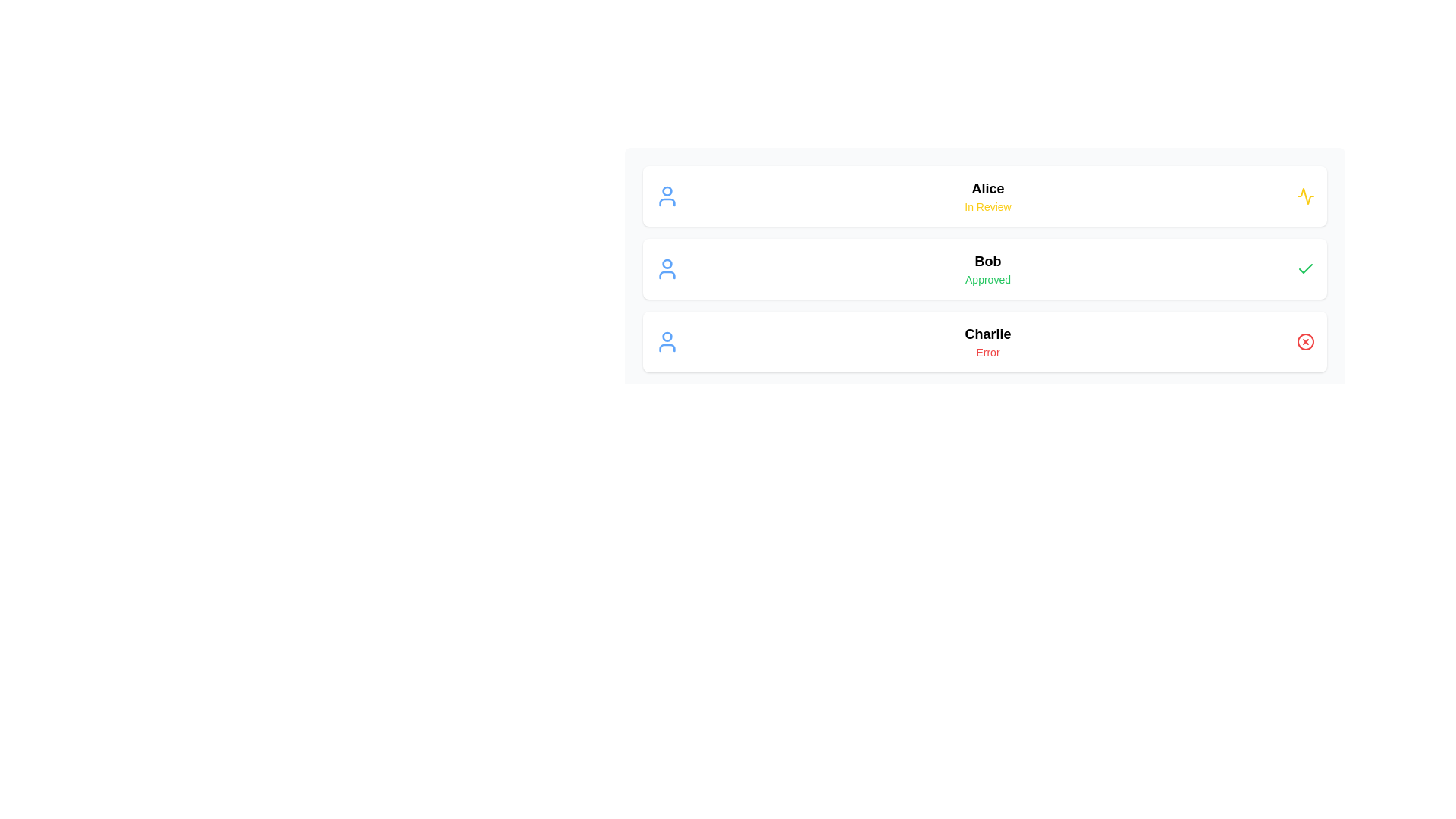  What do you see at coordinates (667, 268) in the screenshot?
I see `the user avatar icon representing 'Bob', which is located left of the text 'Bob Approved' in the second row of user-related entries` at bounding box center [667, 268].